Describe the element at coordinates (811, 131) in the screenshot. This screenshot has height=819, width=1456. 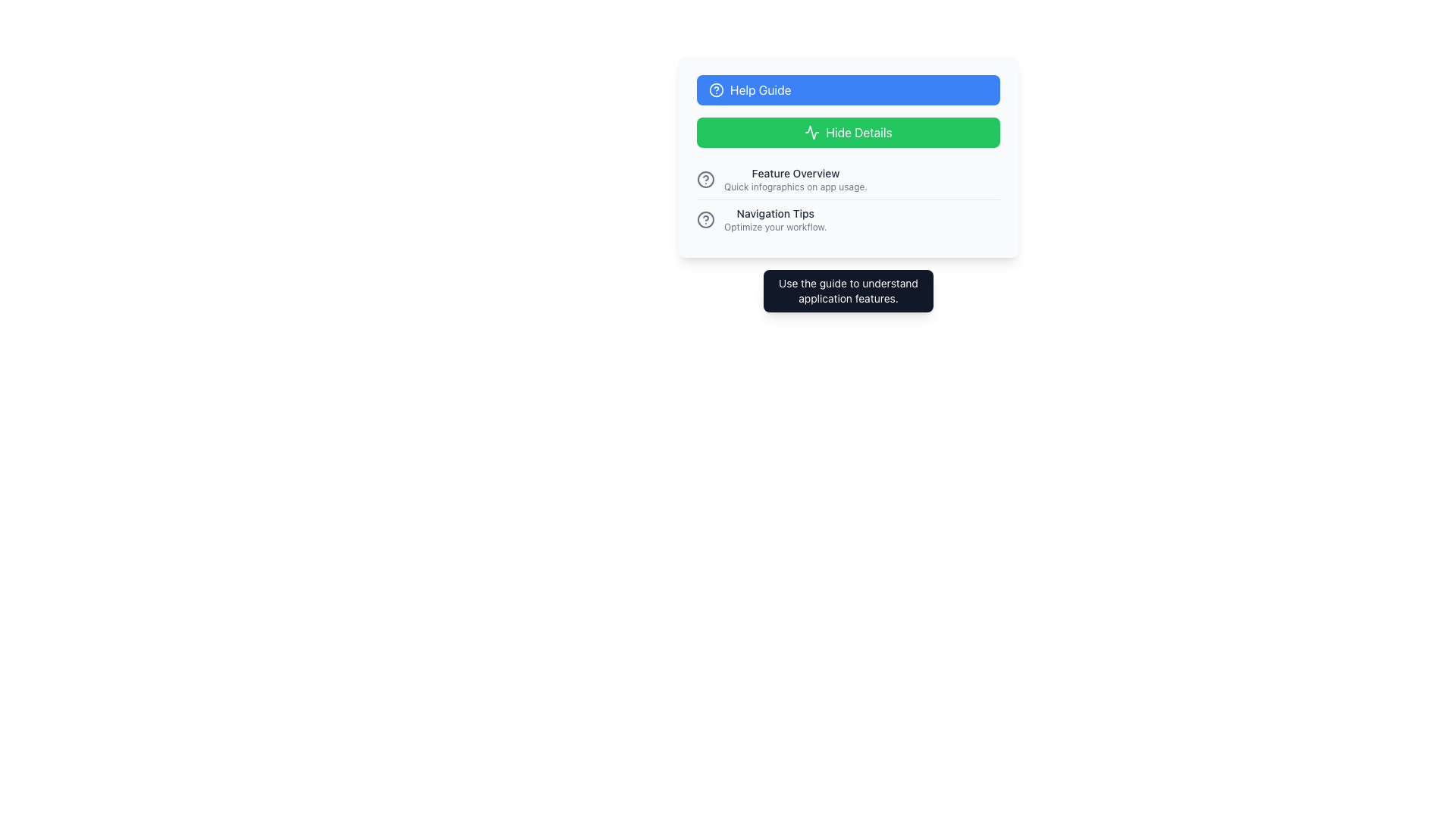
I see `the icon inside the green button labeled 'Hide Details' to conceal or summarize further details` at that location.